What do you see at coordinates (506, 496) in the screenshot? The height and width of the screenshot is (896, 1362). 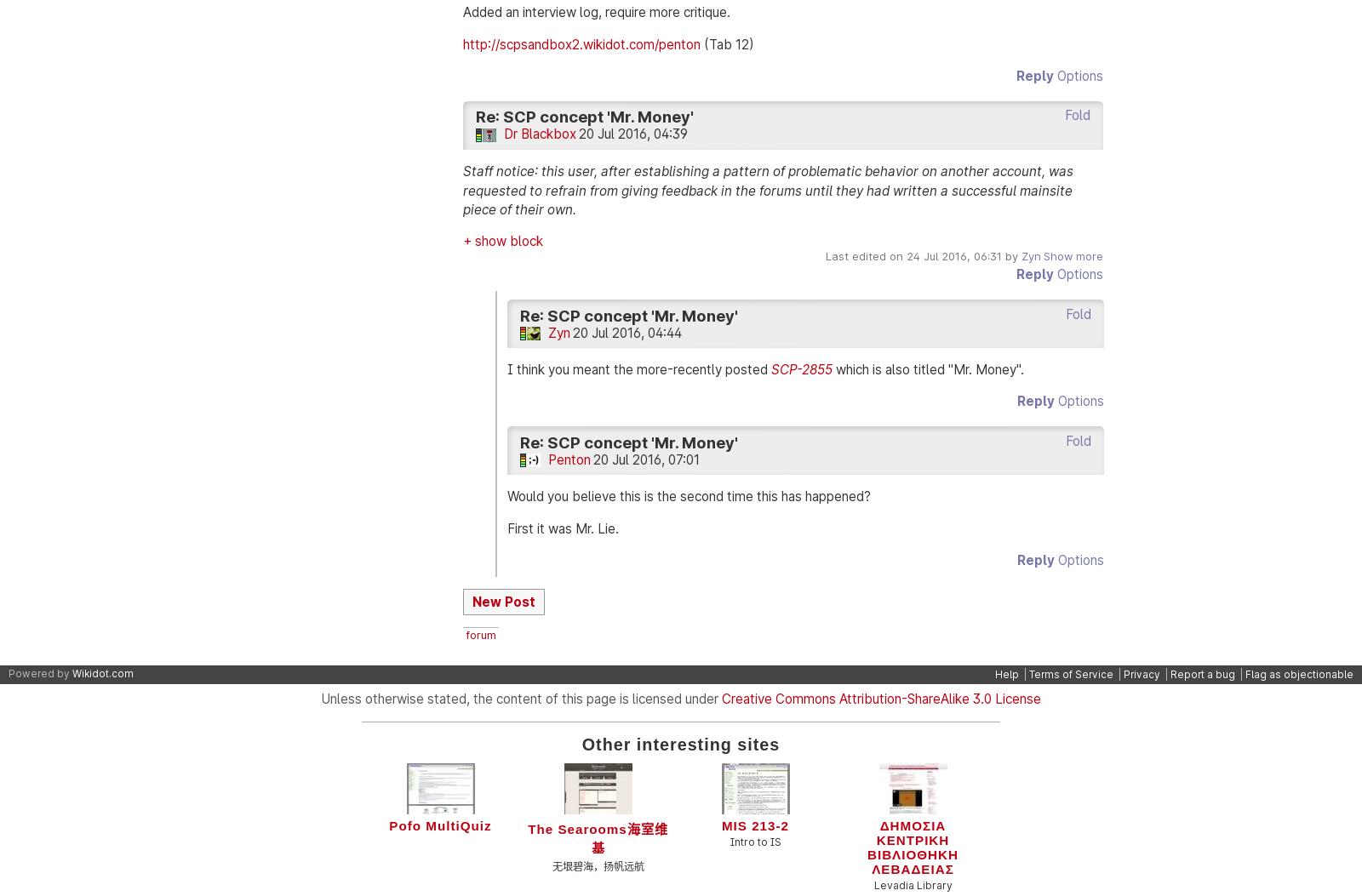 I see `'Would you believe this is the second time this has happened?'` at bounding box center [506, 496].